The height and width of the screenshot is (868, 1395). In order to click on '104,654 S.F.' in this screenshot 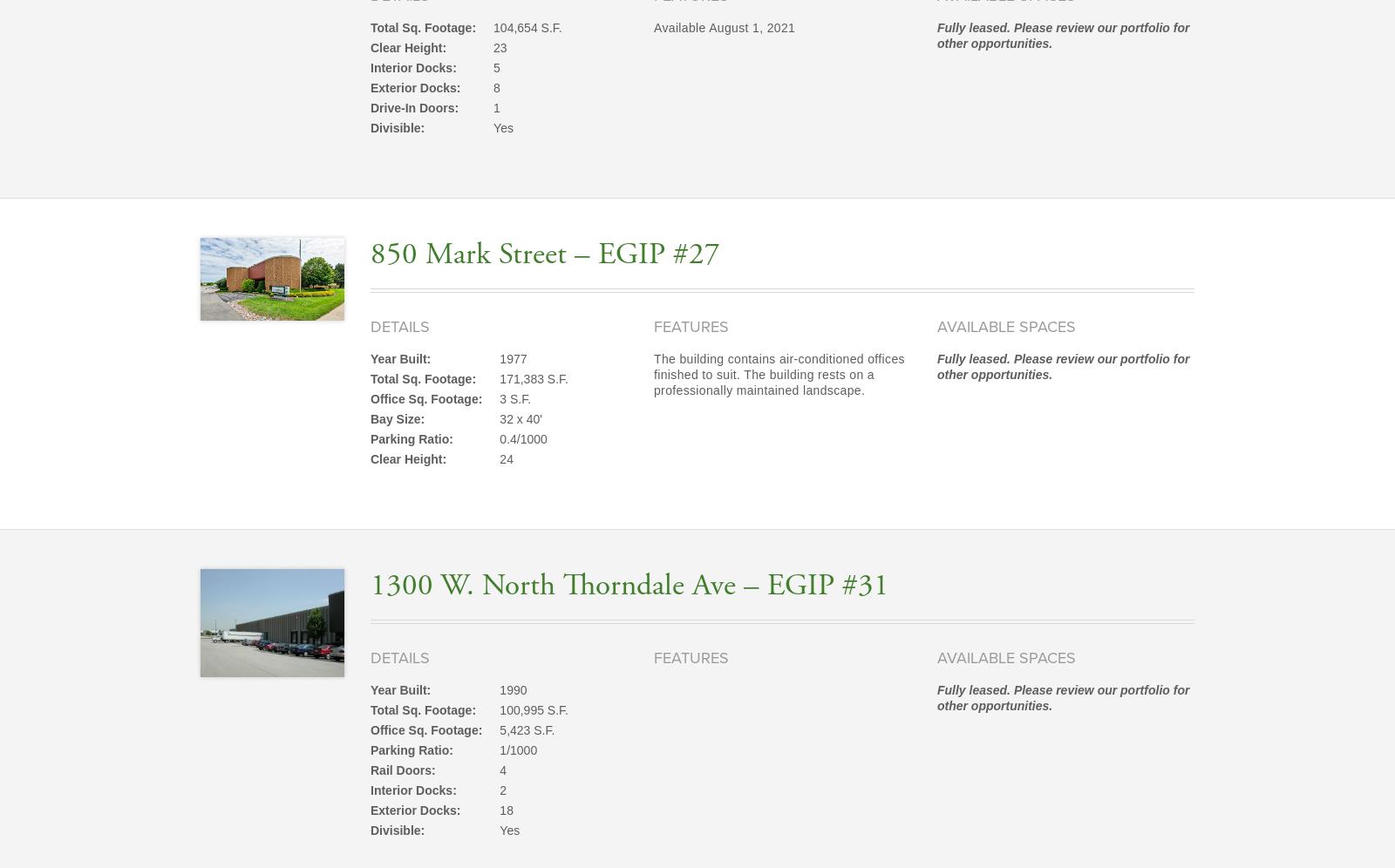, I will do `click(527, 27)`.